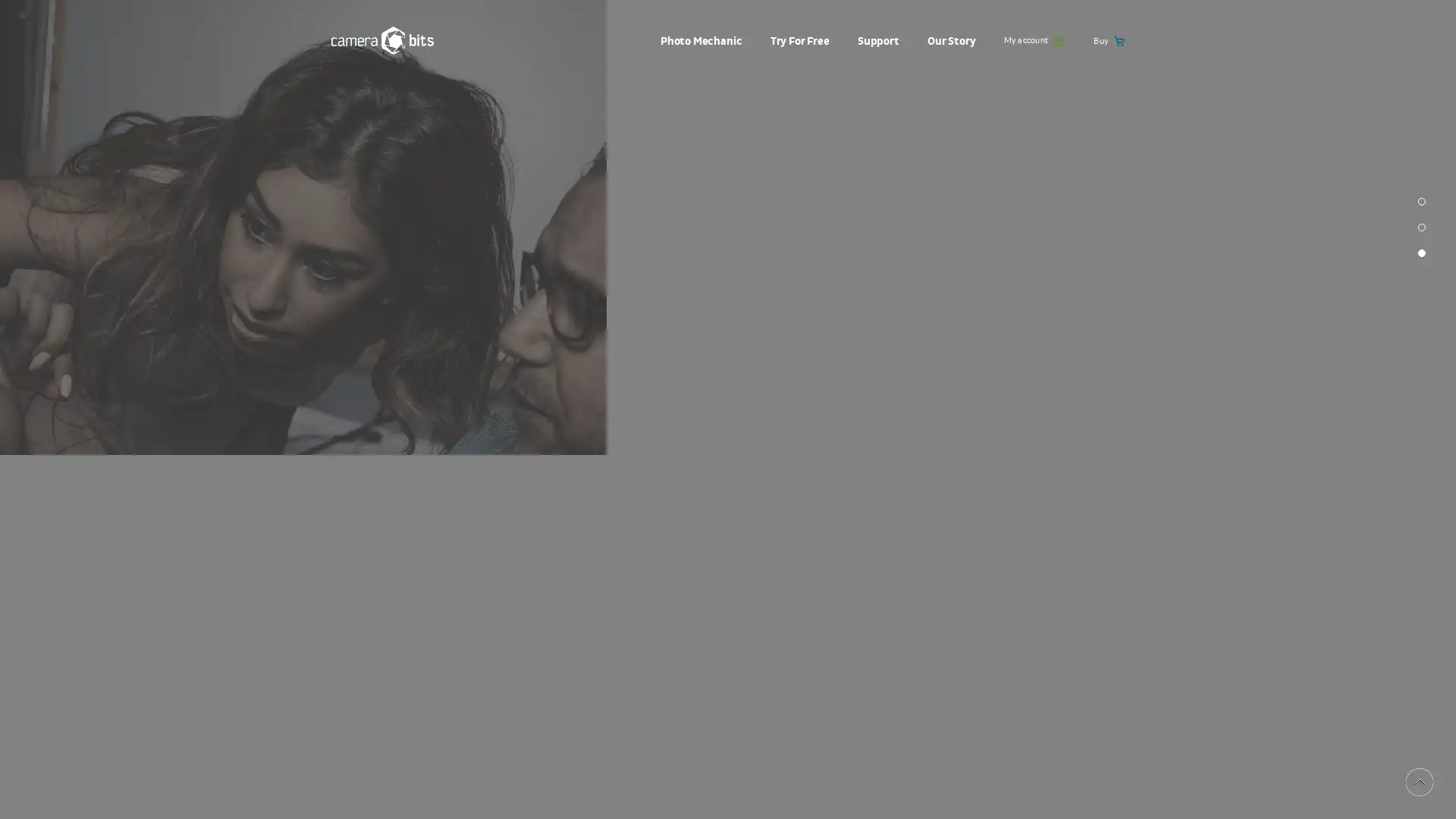  What do you see at coordinates (1421, 382) in the screenshot?
I see `1` at bounding box center [1421, 382].